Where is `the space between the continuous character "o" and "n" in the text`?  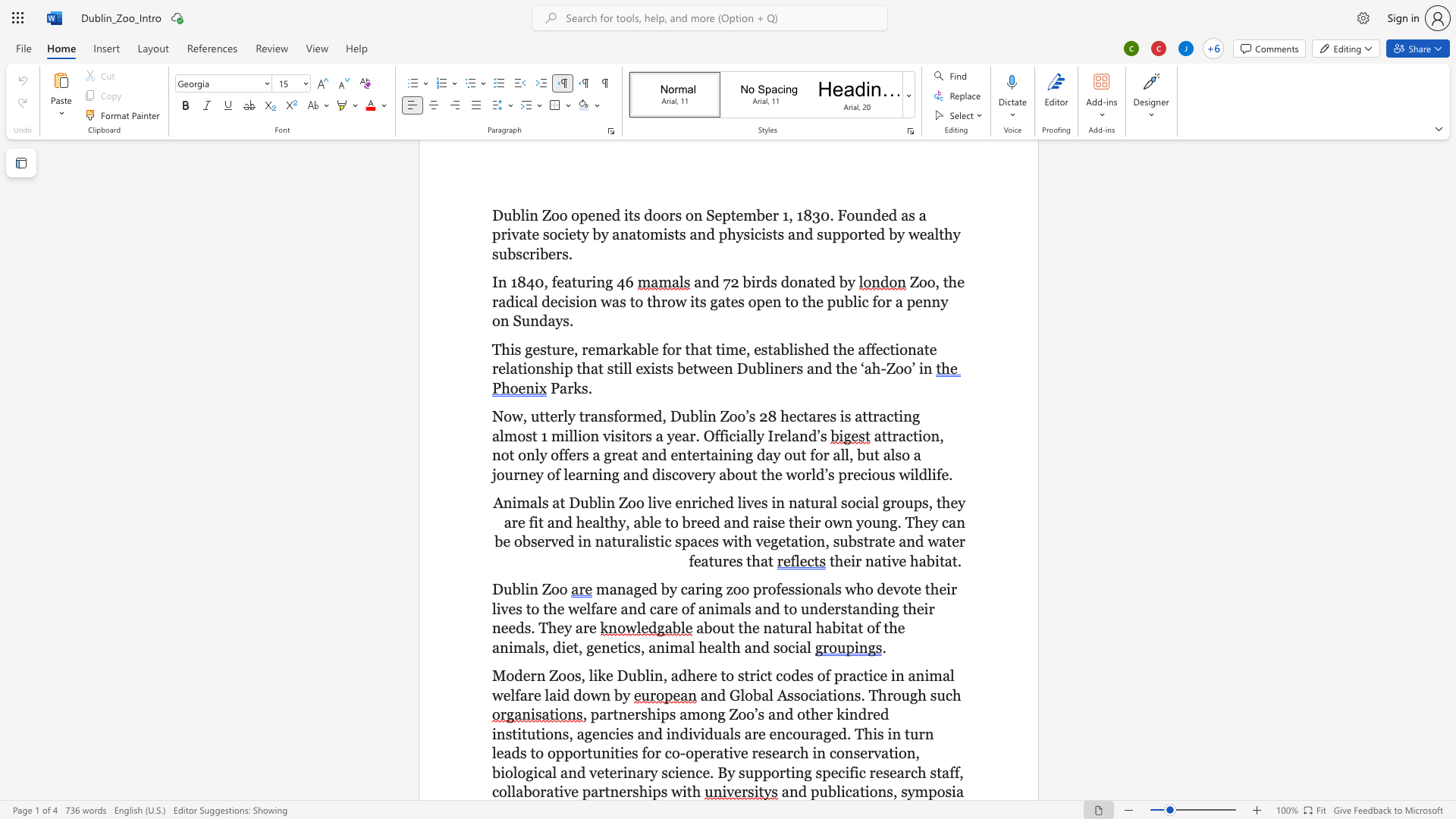 the space between the continuous character "o" and "n" in the text is located at coordinates (877, 791).